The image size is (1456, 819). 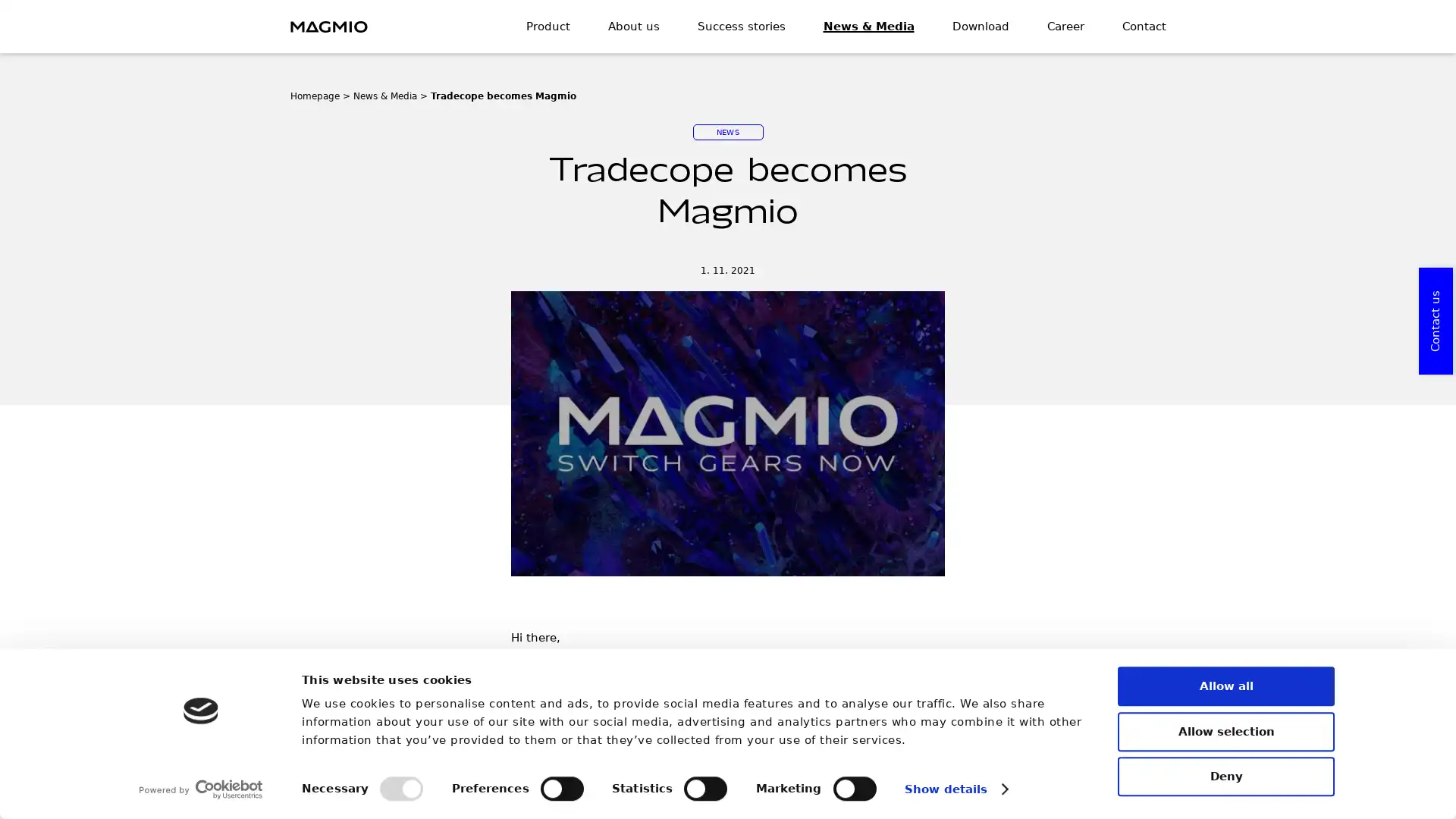 I want to click on Allow all, so click(x=1226, y=686).